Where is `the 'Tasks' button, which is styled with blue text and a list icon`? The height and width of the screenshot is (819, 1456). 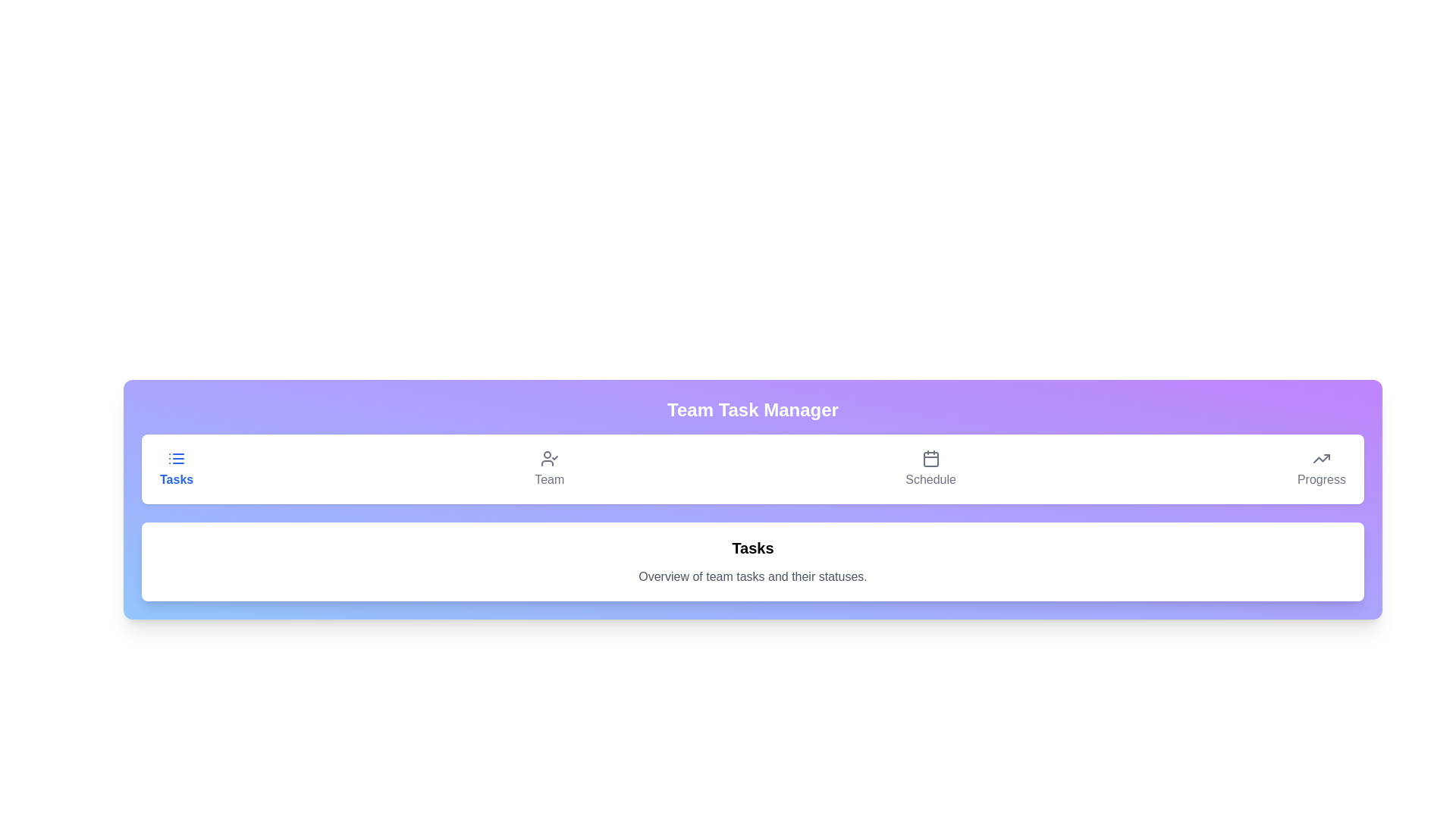
the 'Tasks' button, which is styled with blue text and a list icon is located at coordinates (177, 468).